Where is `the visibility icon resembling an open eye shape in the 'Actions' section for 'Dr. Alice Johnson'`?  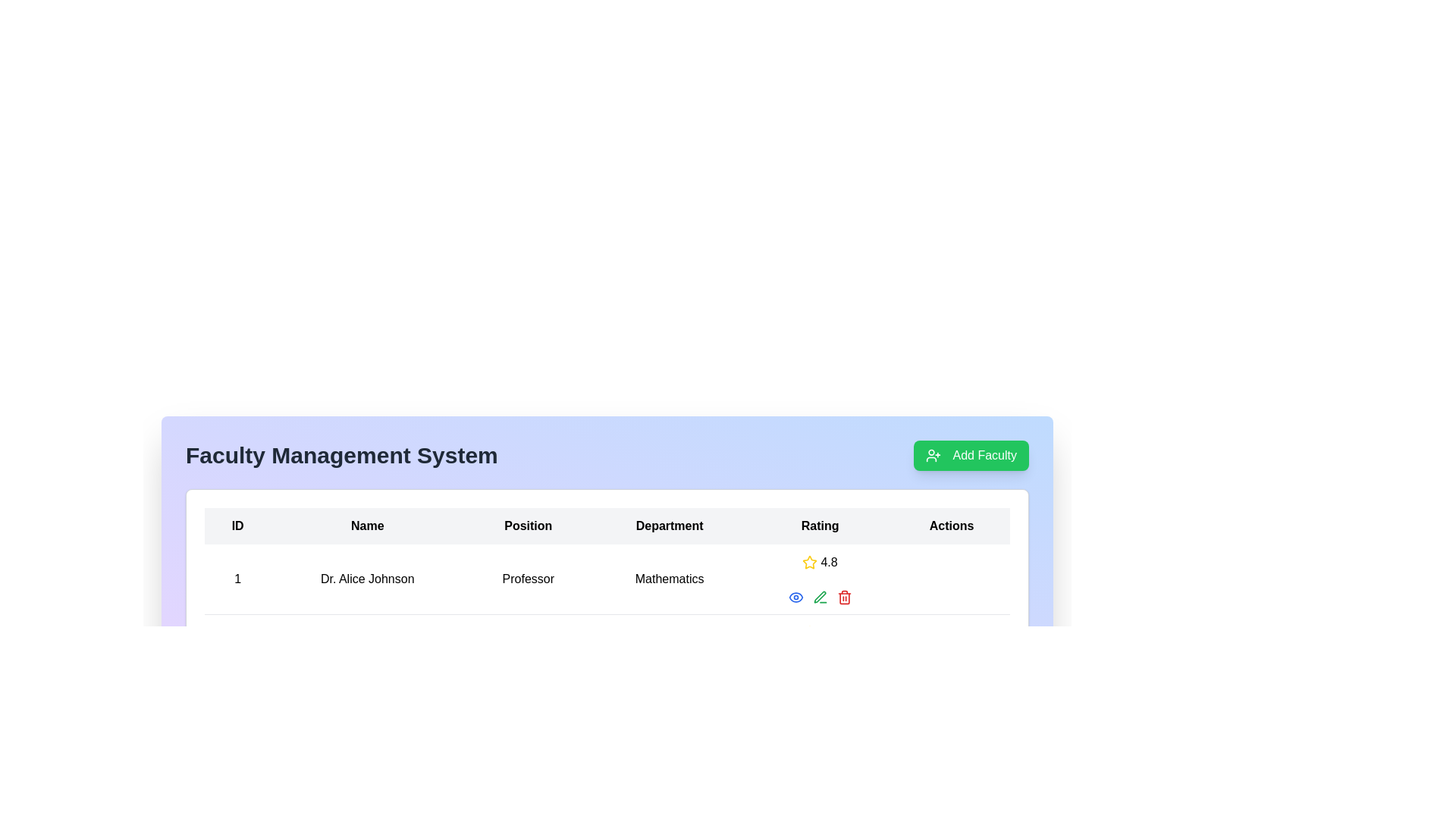 the visibility icon resembling an open eye shape in the 'Actions' section for 'Dr. Alice Johnson' is located at coordinates (795, 596).